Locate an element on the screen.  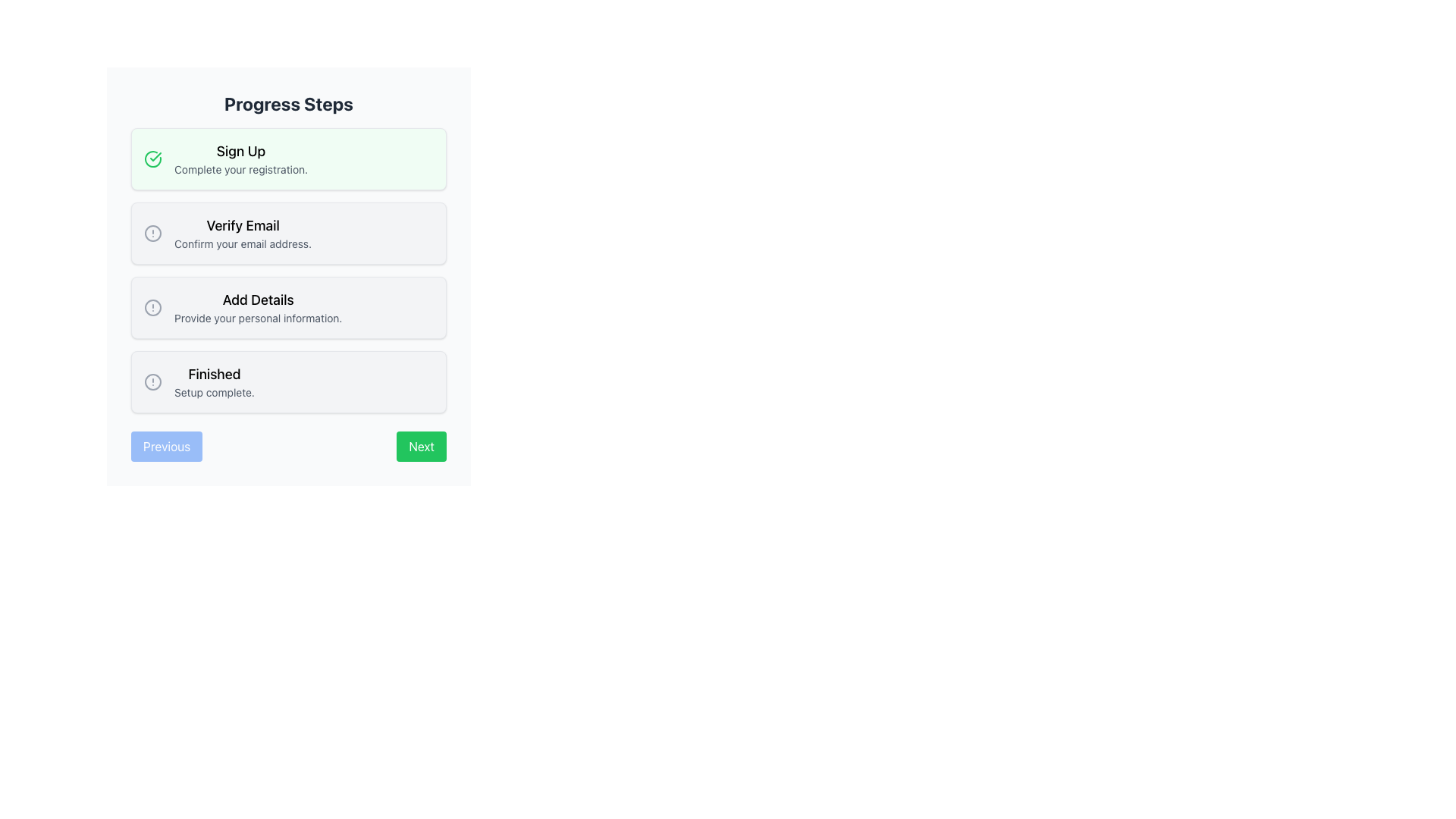
the 'Next' button on the navigation bar located at the bottom of the progress interface to advance one step is located at coordinates (288, 446).